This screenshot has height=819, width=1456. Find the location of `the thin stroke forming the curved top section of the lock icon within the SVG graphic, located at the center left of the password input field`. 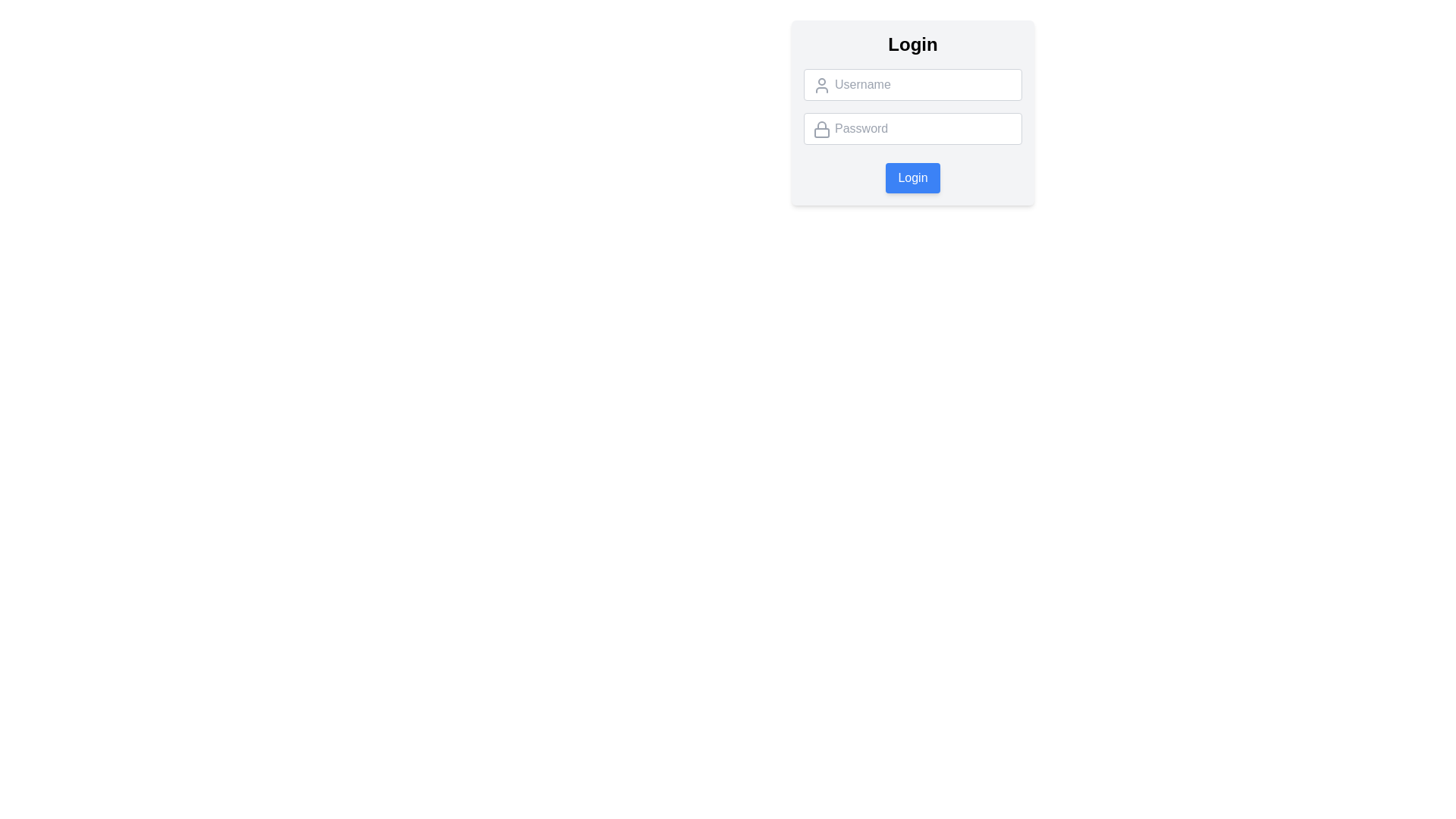

the thin stroke forming the curved top section of the lock icon within the SVG graphic, located at the center left of the password input field is located at coordinates (821, 124).